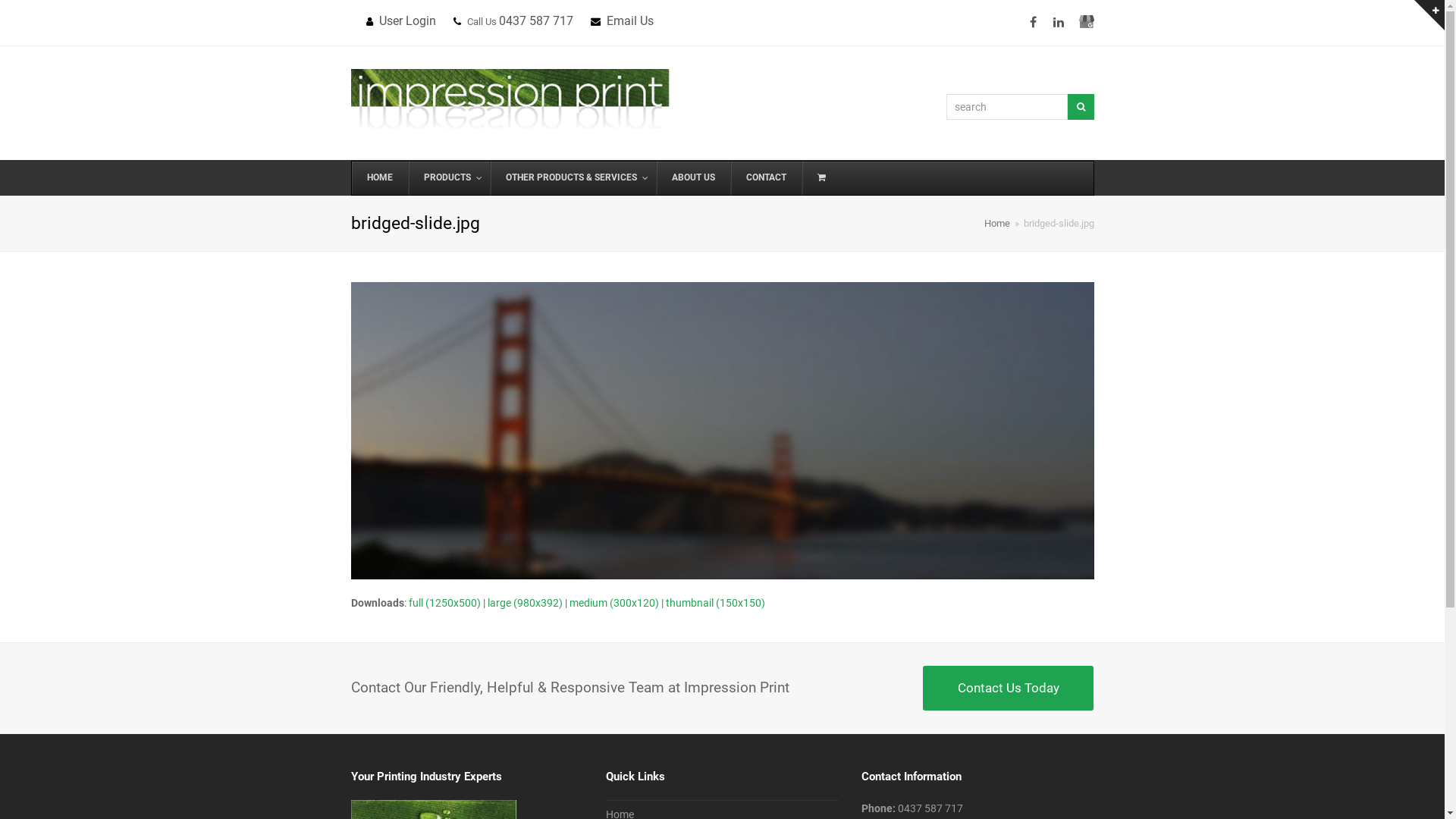  What do you see at coordinates (922, 687) in the screenshot?
I see `'Contact Us Today'` at bounding box center [922, 687].